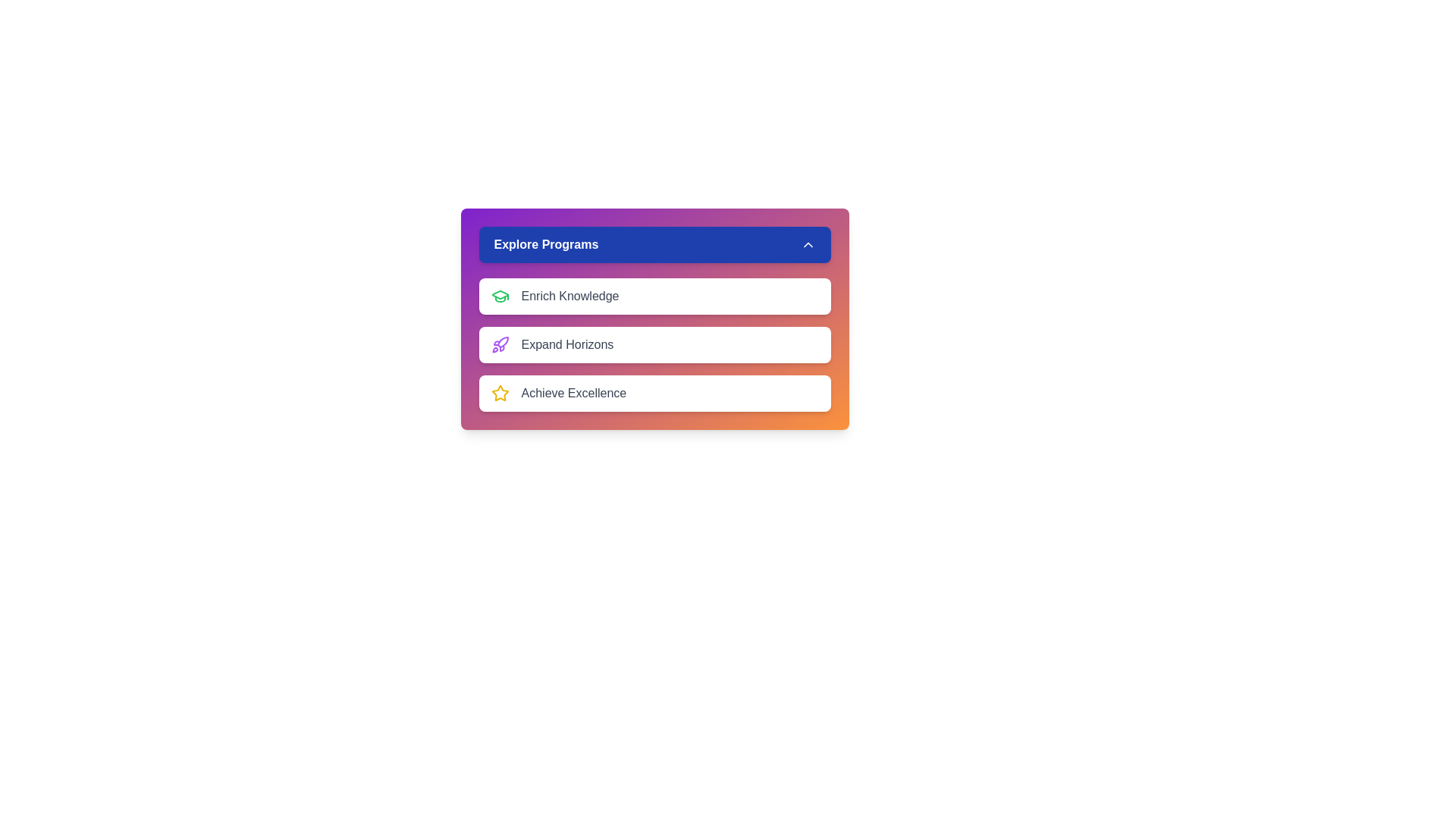  I want to click on the first icon representing the 'Enrich Knowledge' option, which is styled as a white, rounded rectangle with a shadow effect, so click(500, 296).